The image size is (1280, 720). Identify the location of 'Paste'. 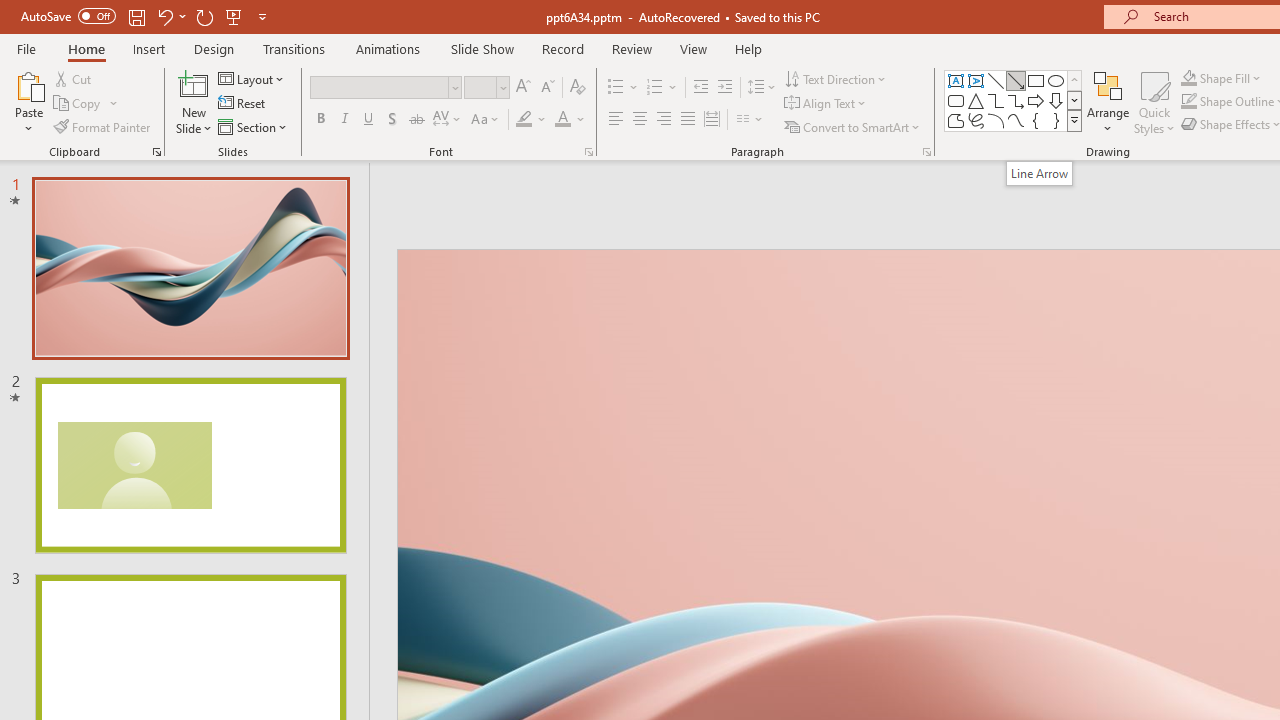
(28, 103).